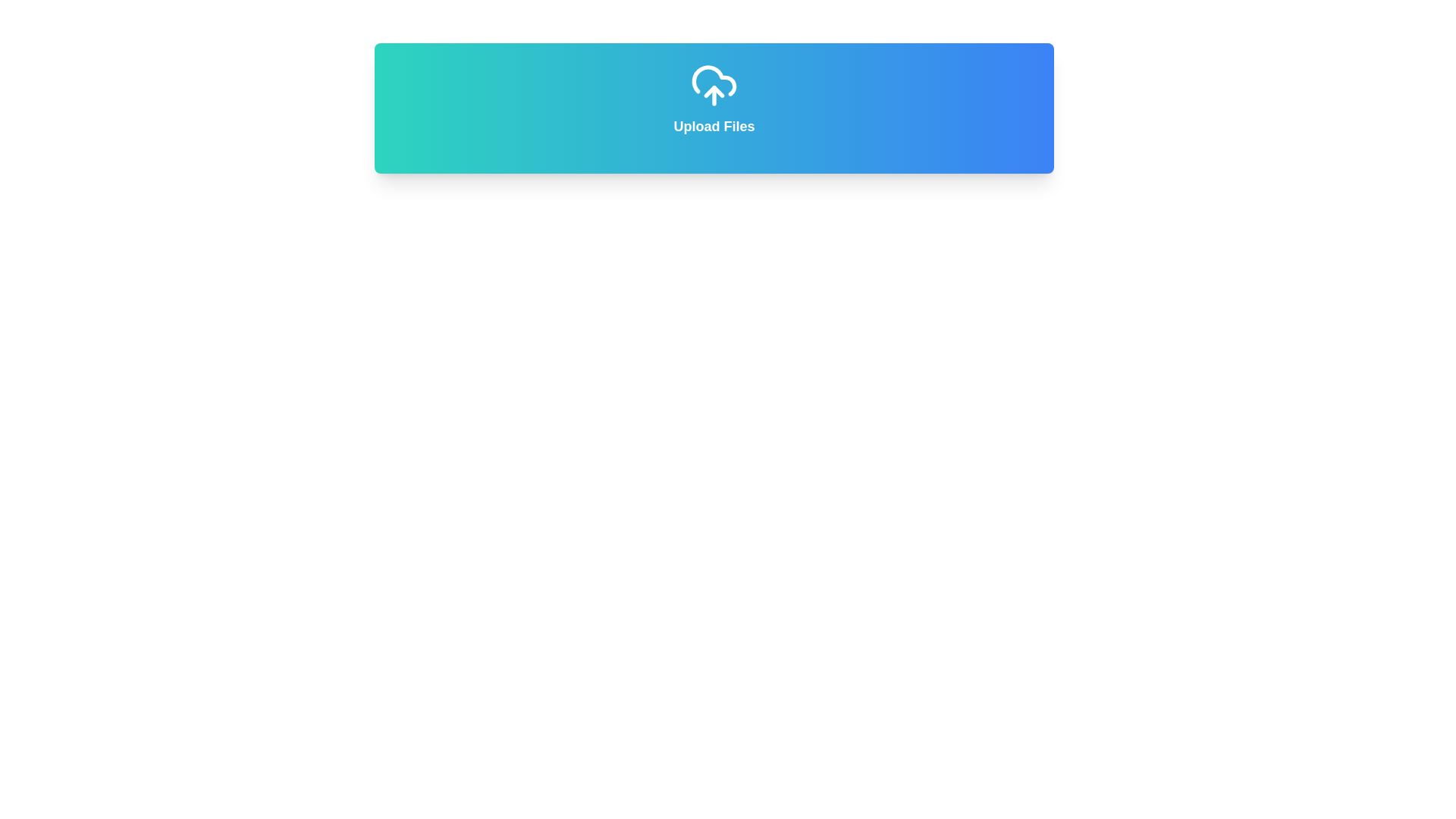  What do you see at coordinates (713, 91) in the screenshot?
I see `the small upward-pointing arrow-shaped icon, which is white or light-colored, located at the bottom center of a larger cloud-shaped icon` at bounding box center [713, 91].